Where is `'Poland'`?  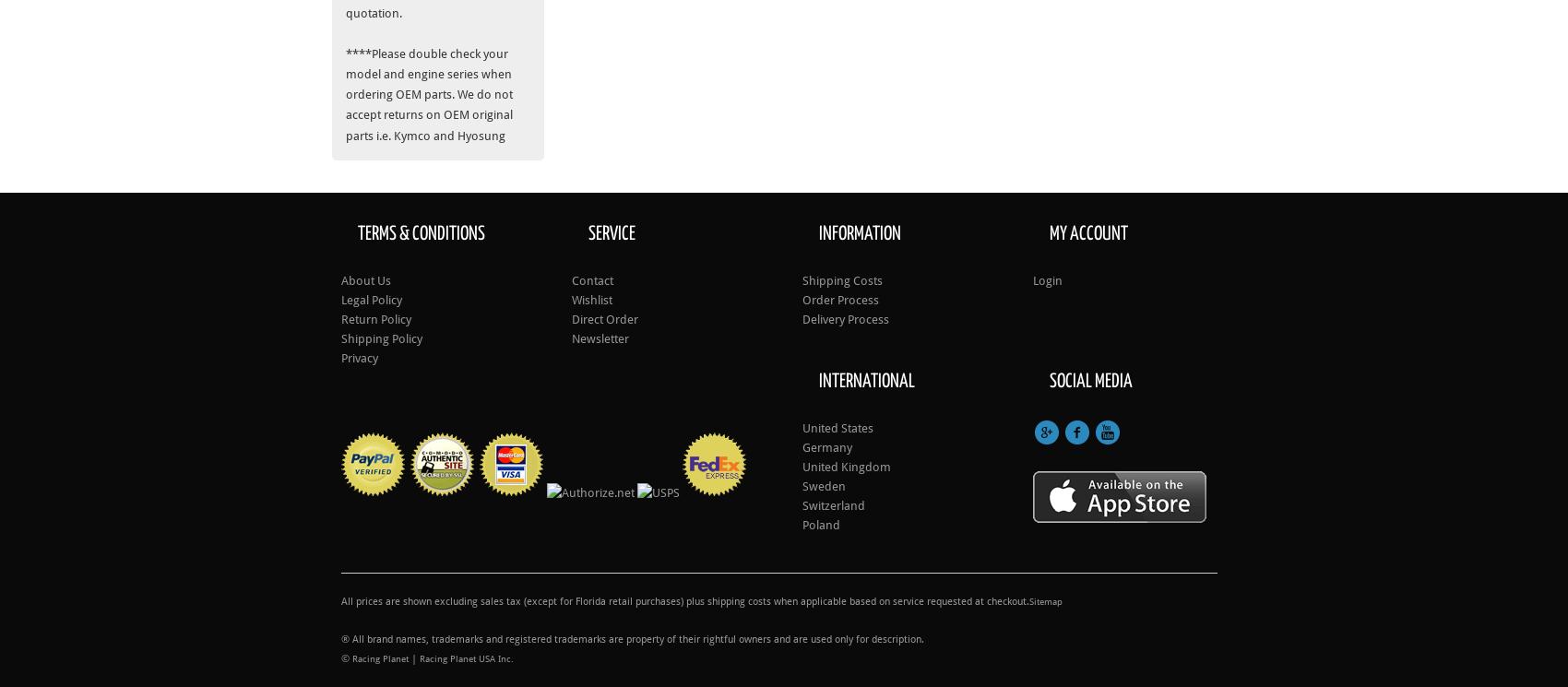 'Poland' is located at coordinates (802, 524).